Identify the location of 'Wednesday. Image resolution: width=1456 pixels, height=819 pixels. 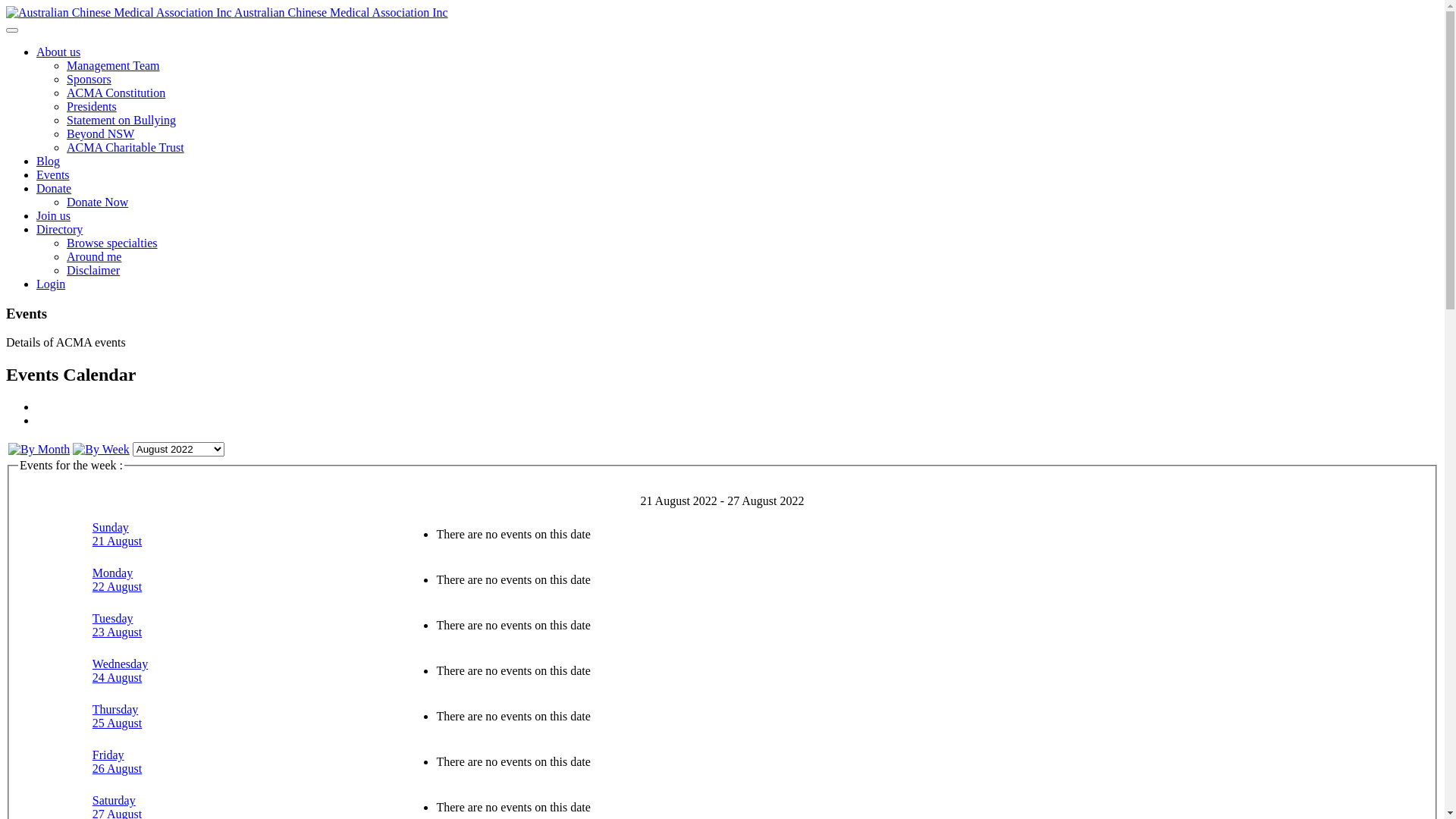
(119, 670).